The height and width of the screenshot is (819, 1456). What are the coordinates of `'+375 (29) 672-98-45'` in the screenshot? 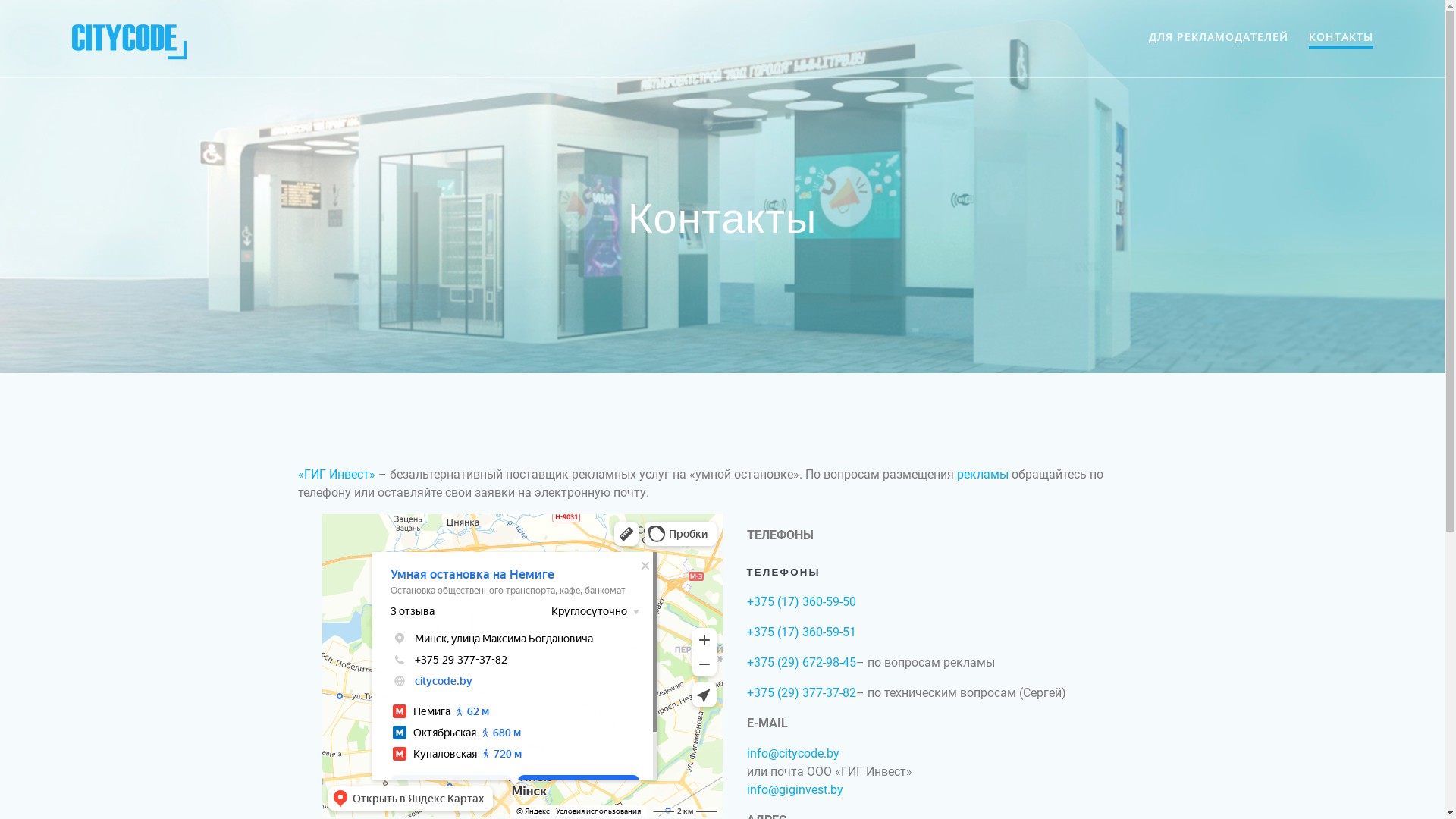 It's located at (800, 661).